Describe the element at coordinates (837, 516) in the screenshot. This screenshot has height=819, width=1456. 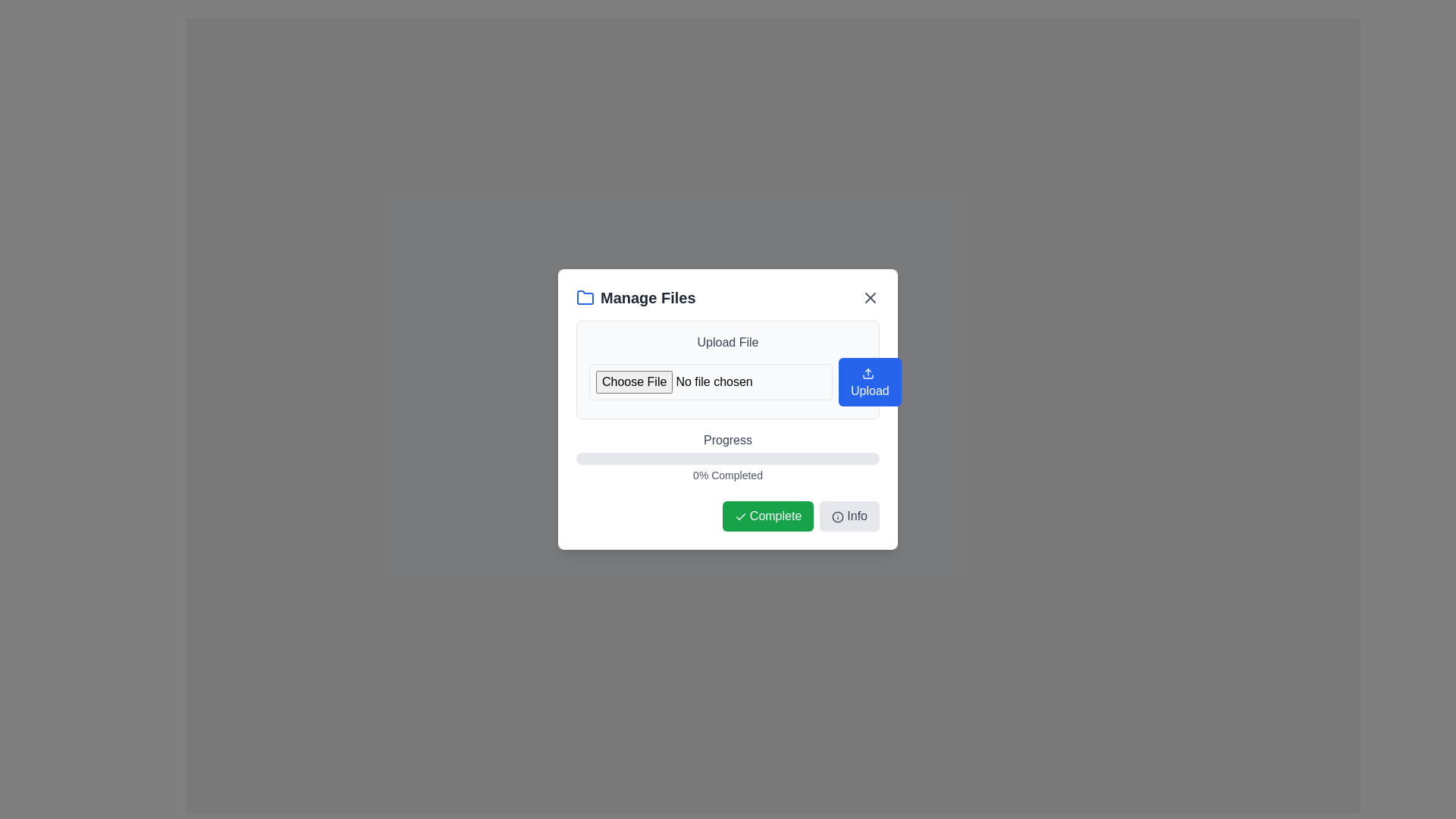
I see `the circular SVG element with a dark outline that is part of the information icon in the 'Manage Files' dialog box` at that location.